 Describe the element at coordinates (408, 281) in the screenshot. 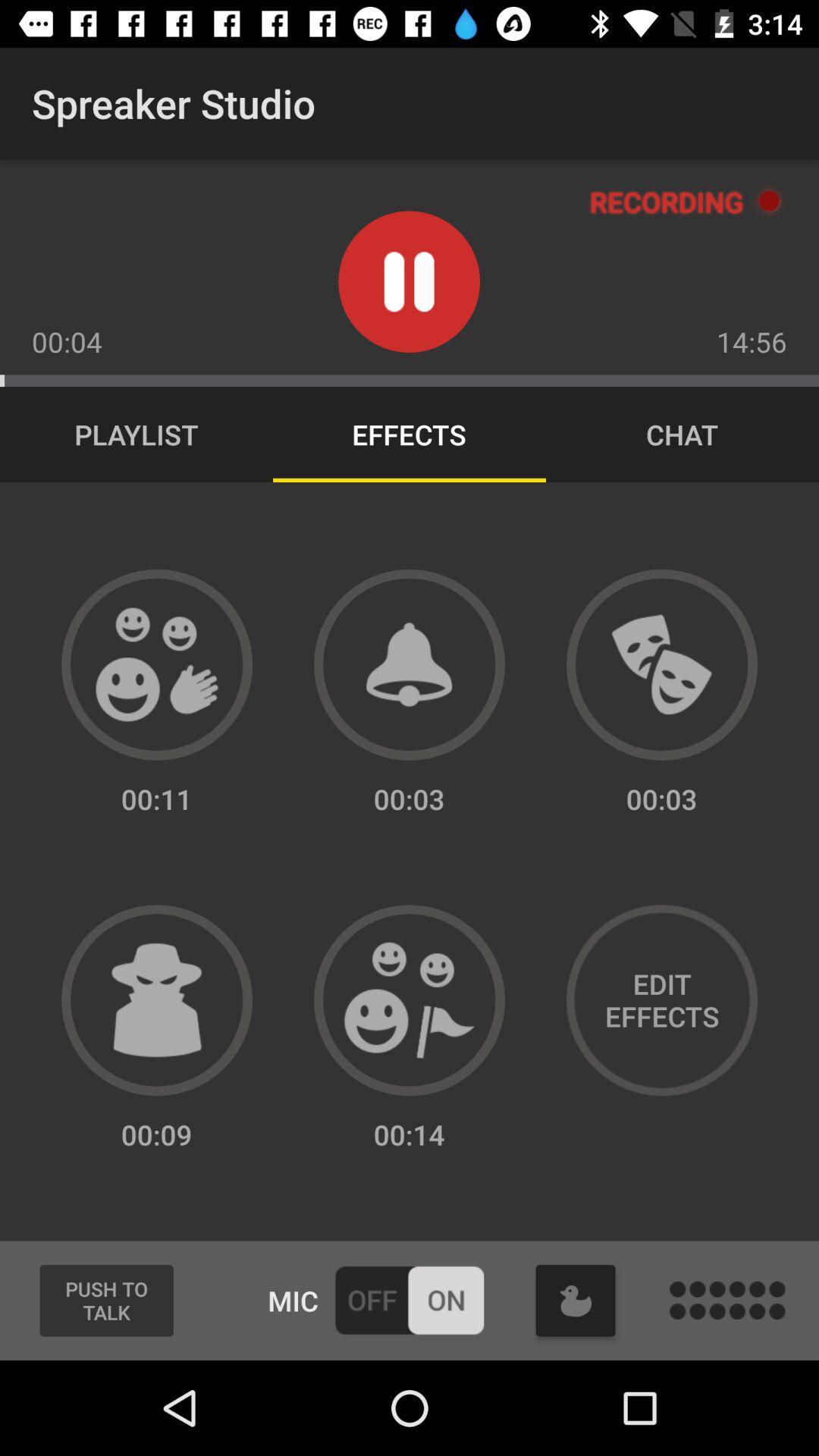

I see `the pause icon` at that location.